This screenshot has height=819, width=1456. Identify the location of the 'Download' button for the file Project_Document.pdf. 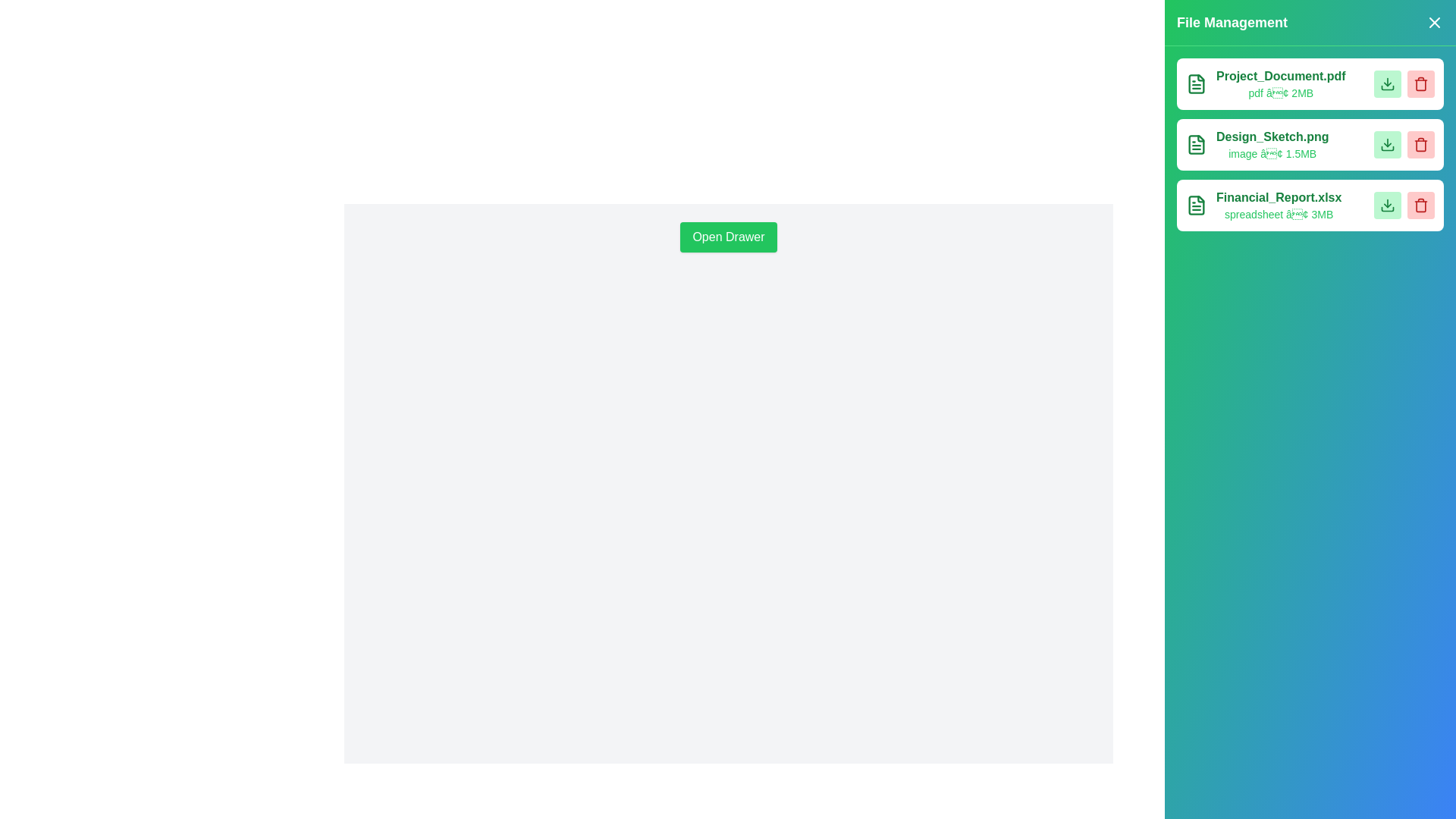
(1387, 84).